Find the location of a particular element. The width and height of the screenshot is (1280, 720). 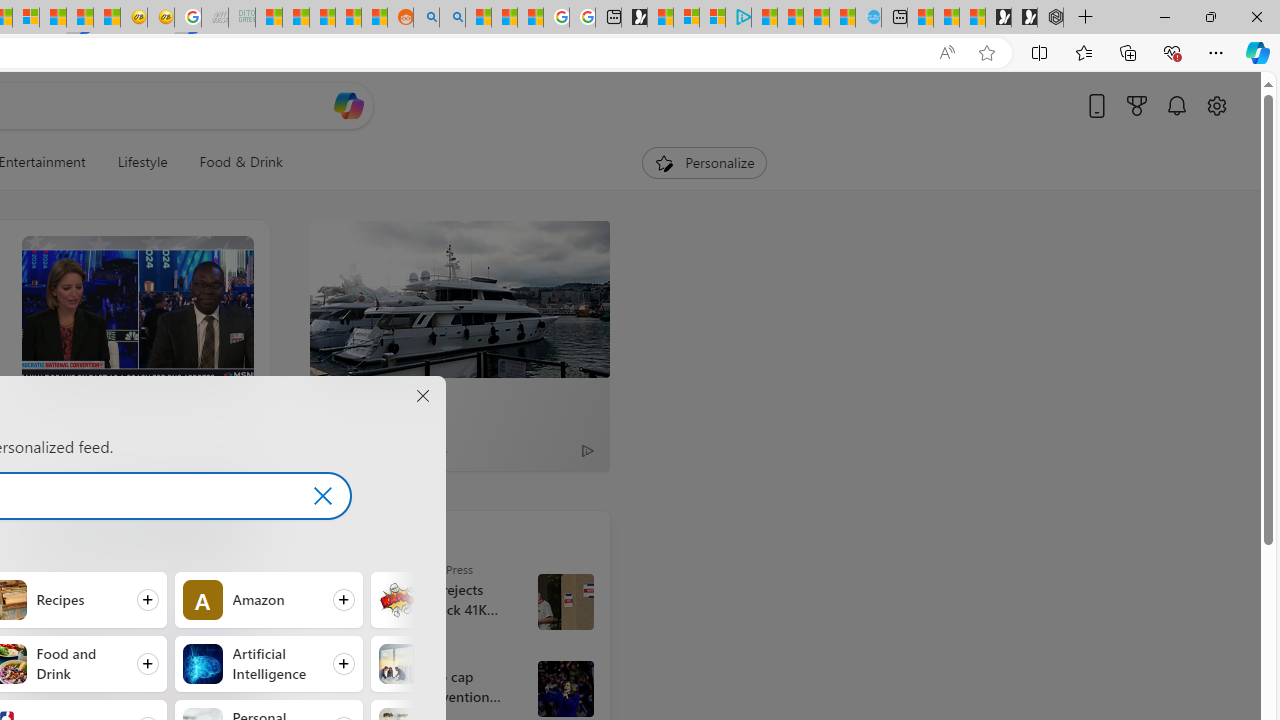

'Personalize' is located at coordinates (704, 162).